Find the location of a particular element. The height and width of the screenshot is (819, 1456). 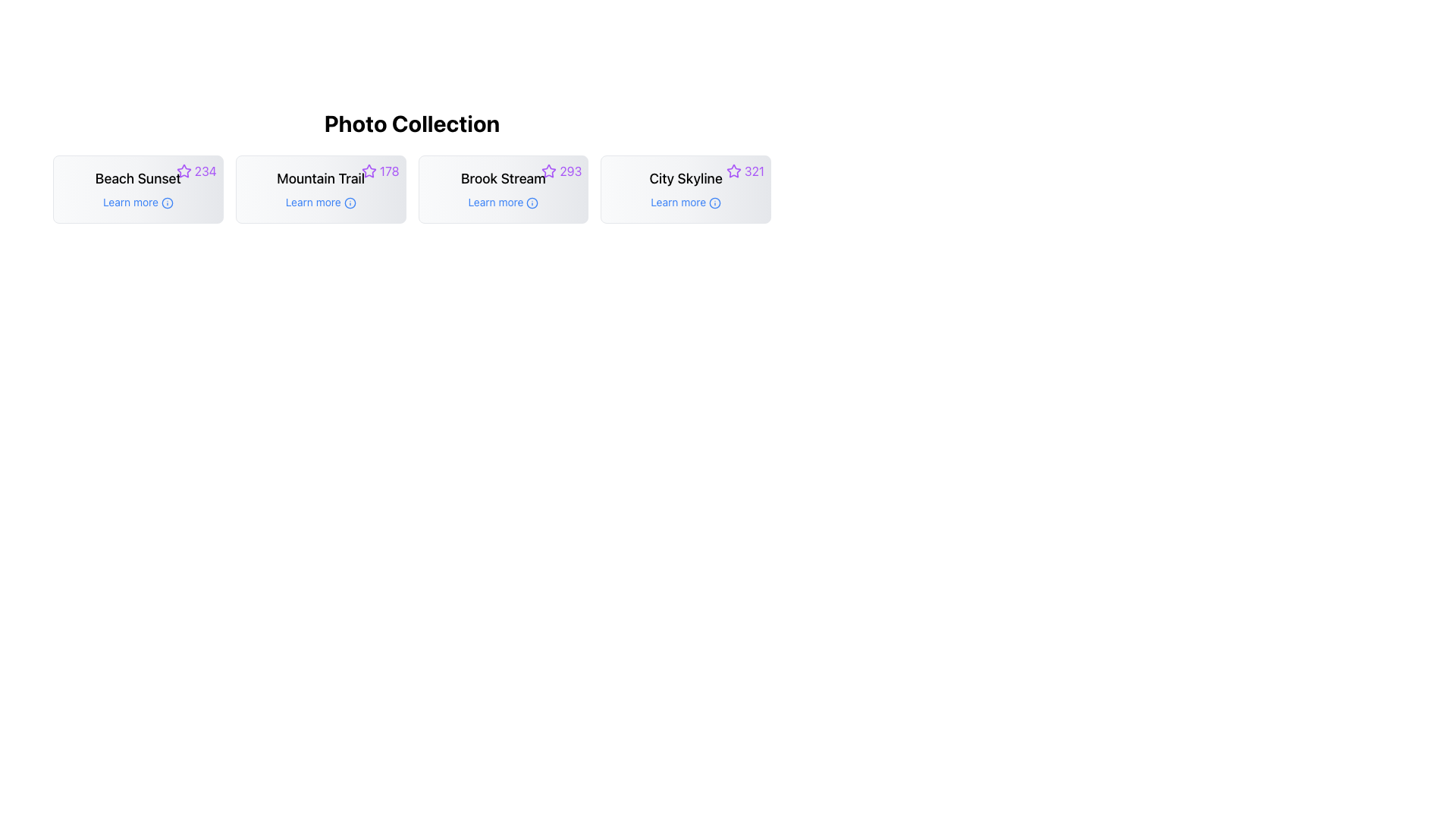

the 'Beach Sunset' text label, which is styled in bold and located in the top-left card of the 'Photo Collection' grid layout is located at coordinates (138, 177).